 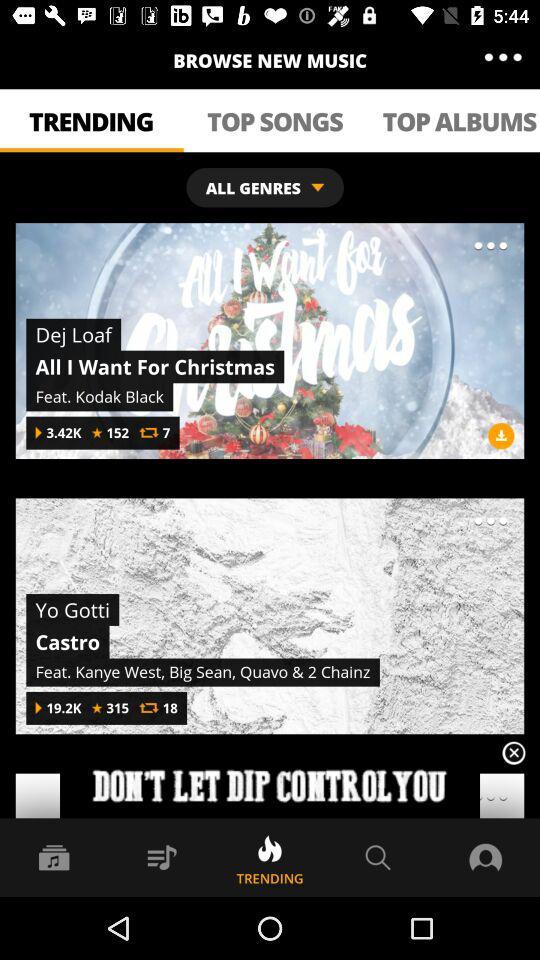 What do you see at coordinates (513, 756) in the screenshot?
I see `the close icon` at bounding box center [513, 756].